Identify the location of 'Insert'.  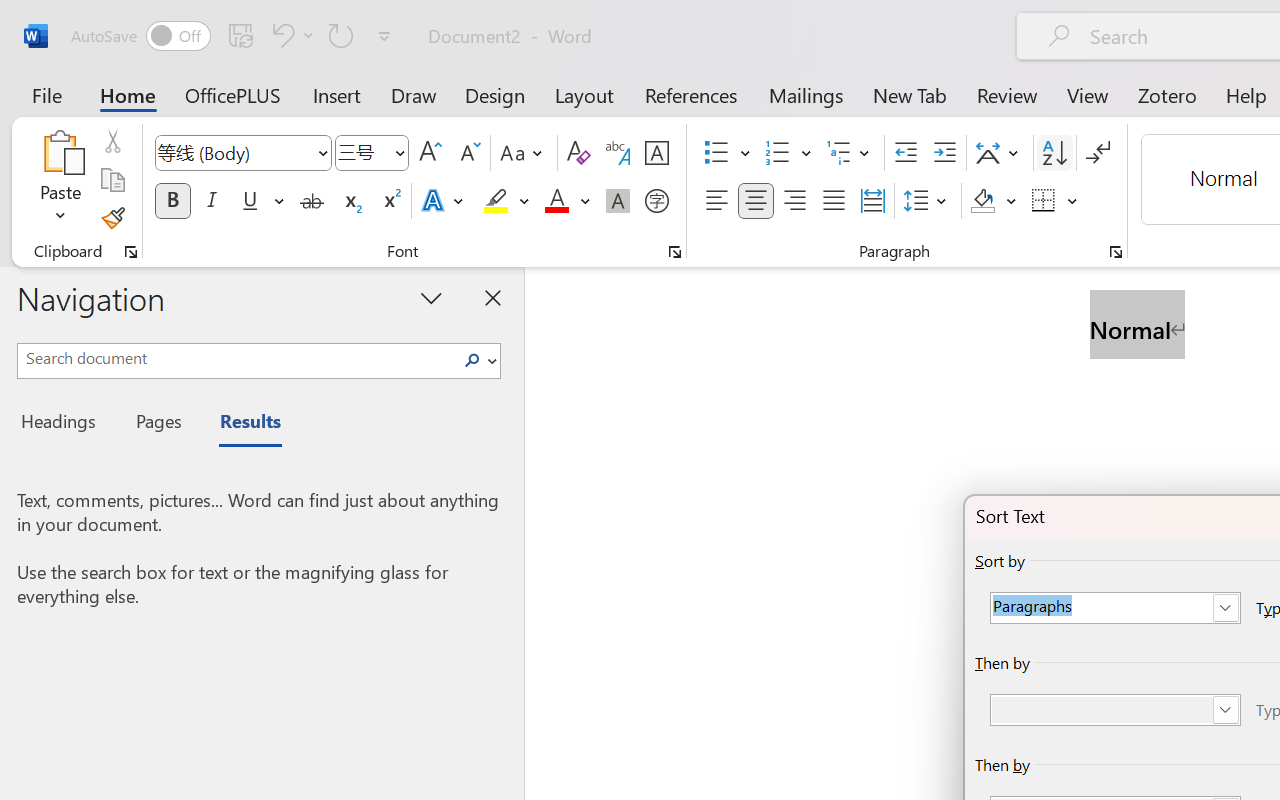
(337, 94).